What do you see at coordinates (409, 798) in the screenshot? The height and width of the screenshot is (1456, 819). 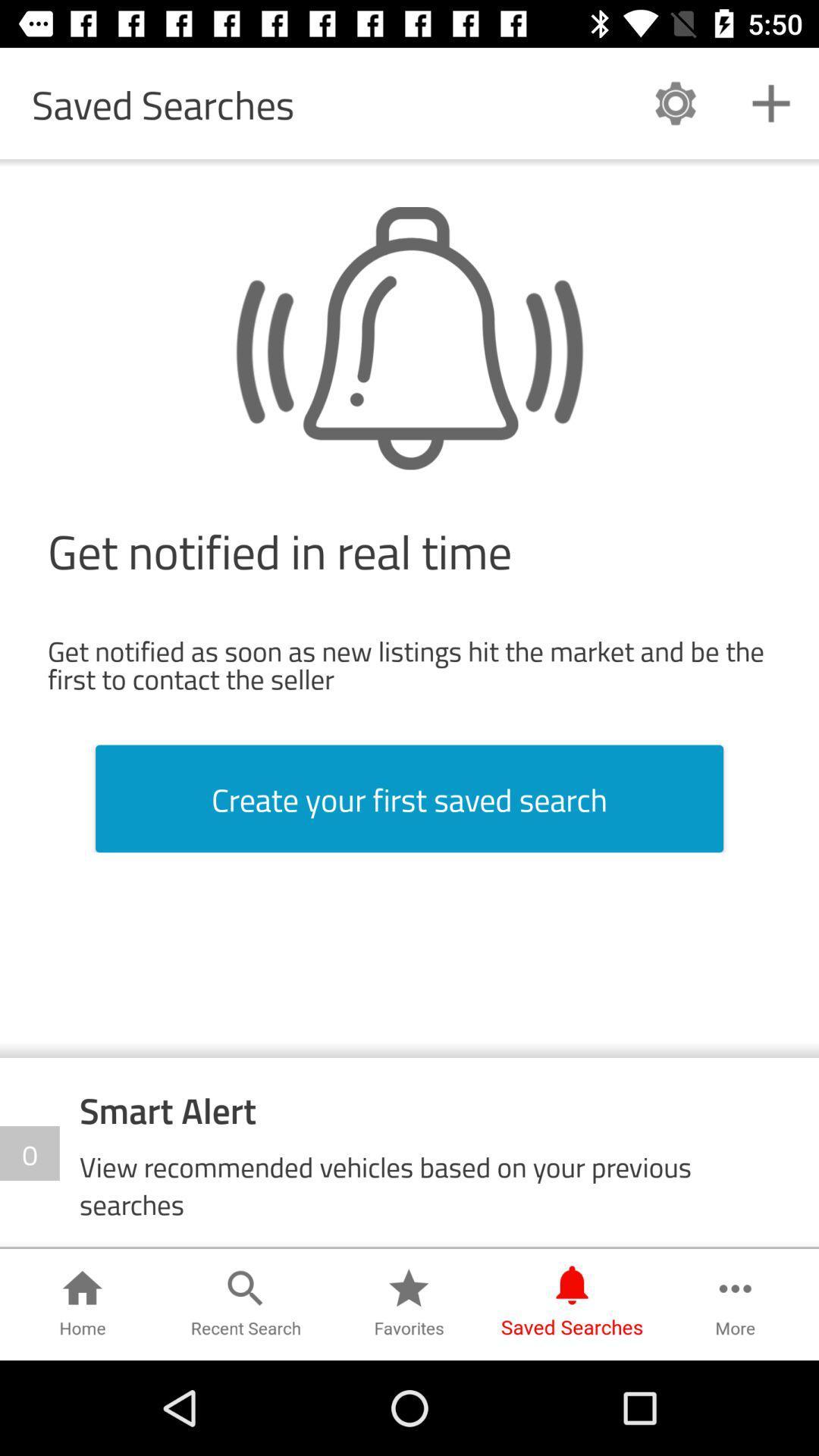 I see `the create your first saved search` at bounding box center [409, 798].